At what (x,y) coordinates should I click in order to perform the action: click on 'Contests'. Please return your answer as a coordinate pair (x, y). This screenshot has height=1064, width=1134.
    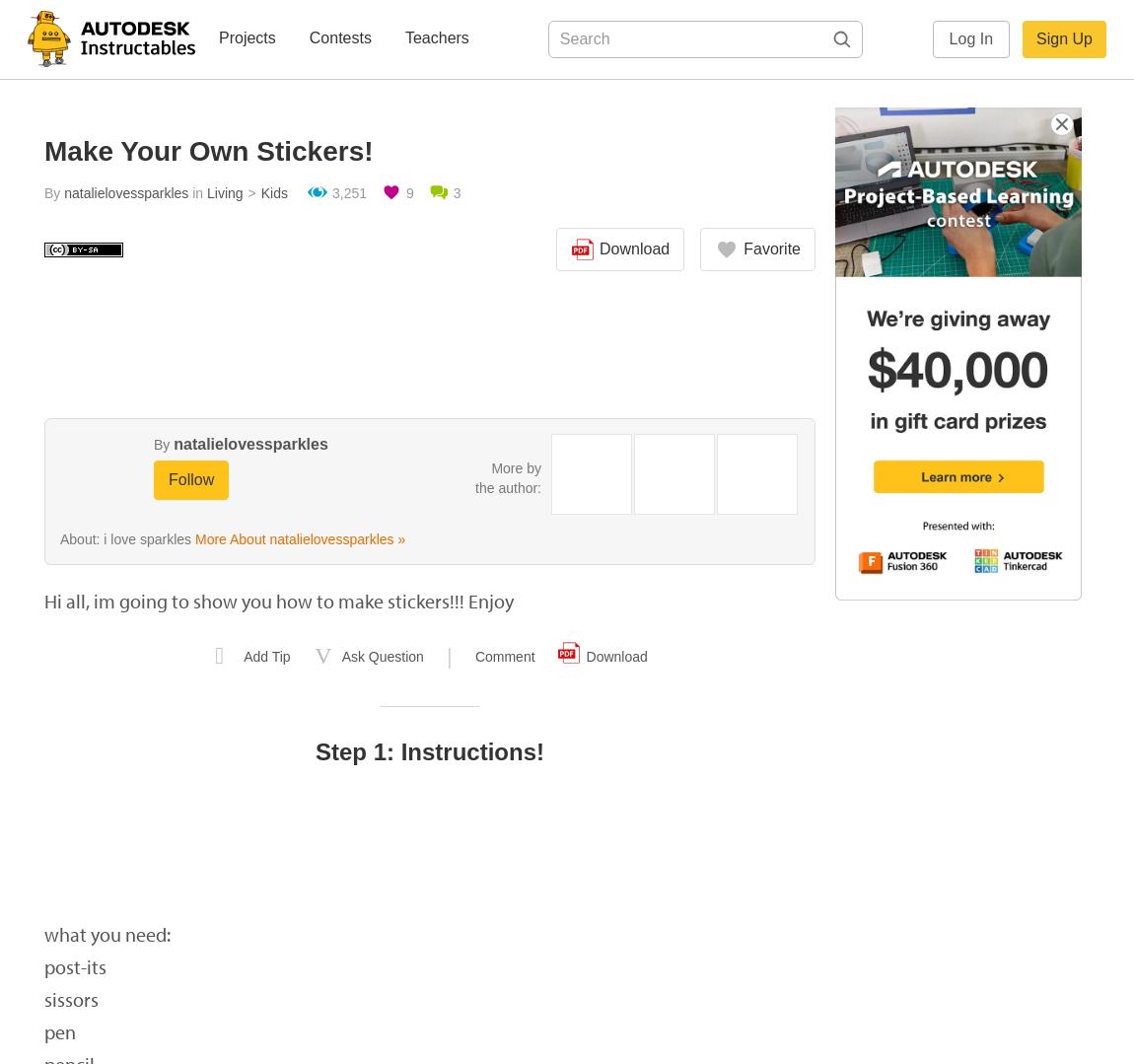
    Looking at the image, I should click on (339, 37).